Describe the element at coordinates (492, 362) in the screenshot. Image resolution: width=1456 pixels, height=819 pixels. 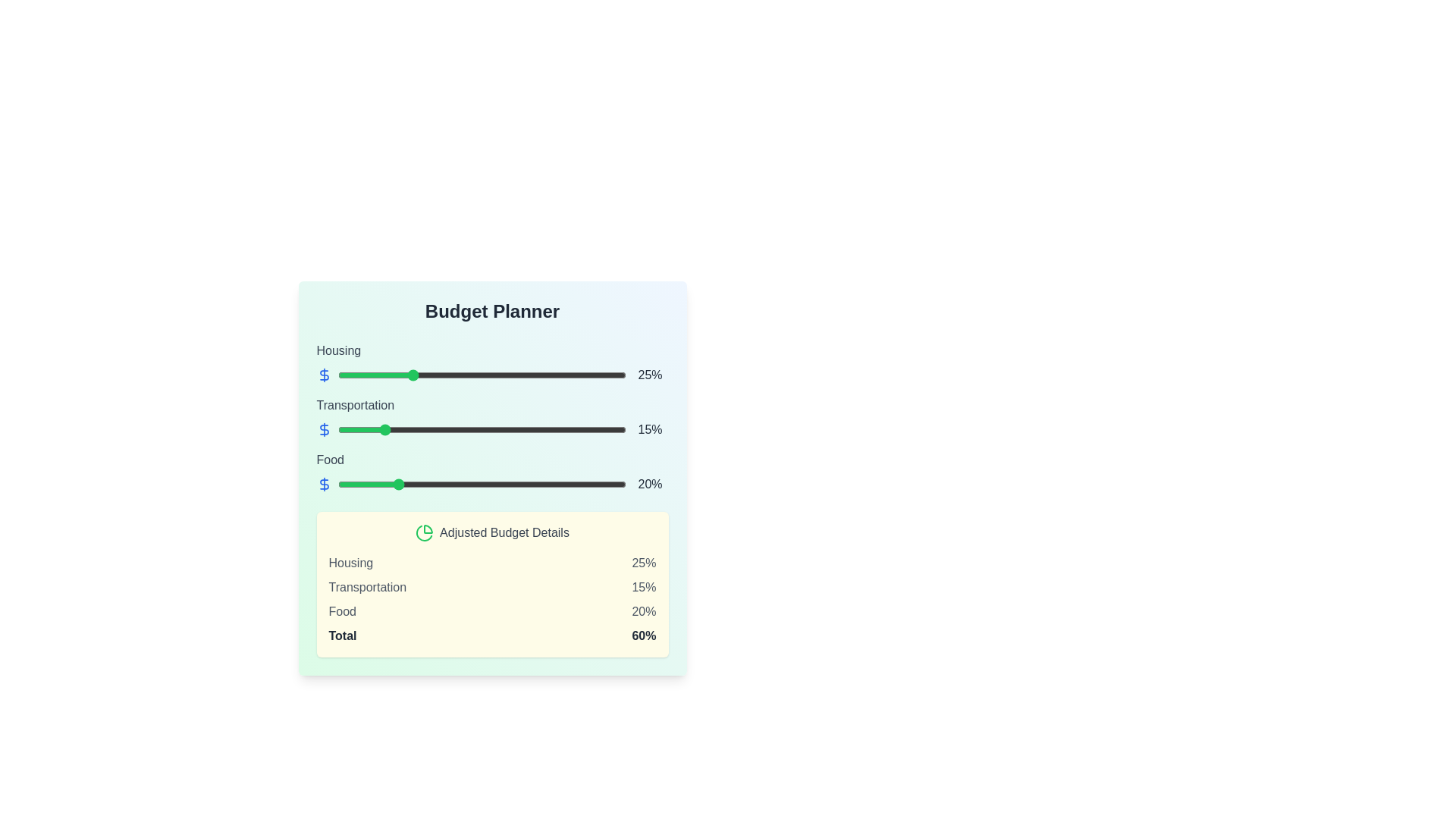
I see `the 'Housing' slider` at that location.